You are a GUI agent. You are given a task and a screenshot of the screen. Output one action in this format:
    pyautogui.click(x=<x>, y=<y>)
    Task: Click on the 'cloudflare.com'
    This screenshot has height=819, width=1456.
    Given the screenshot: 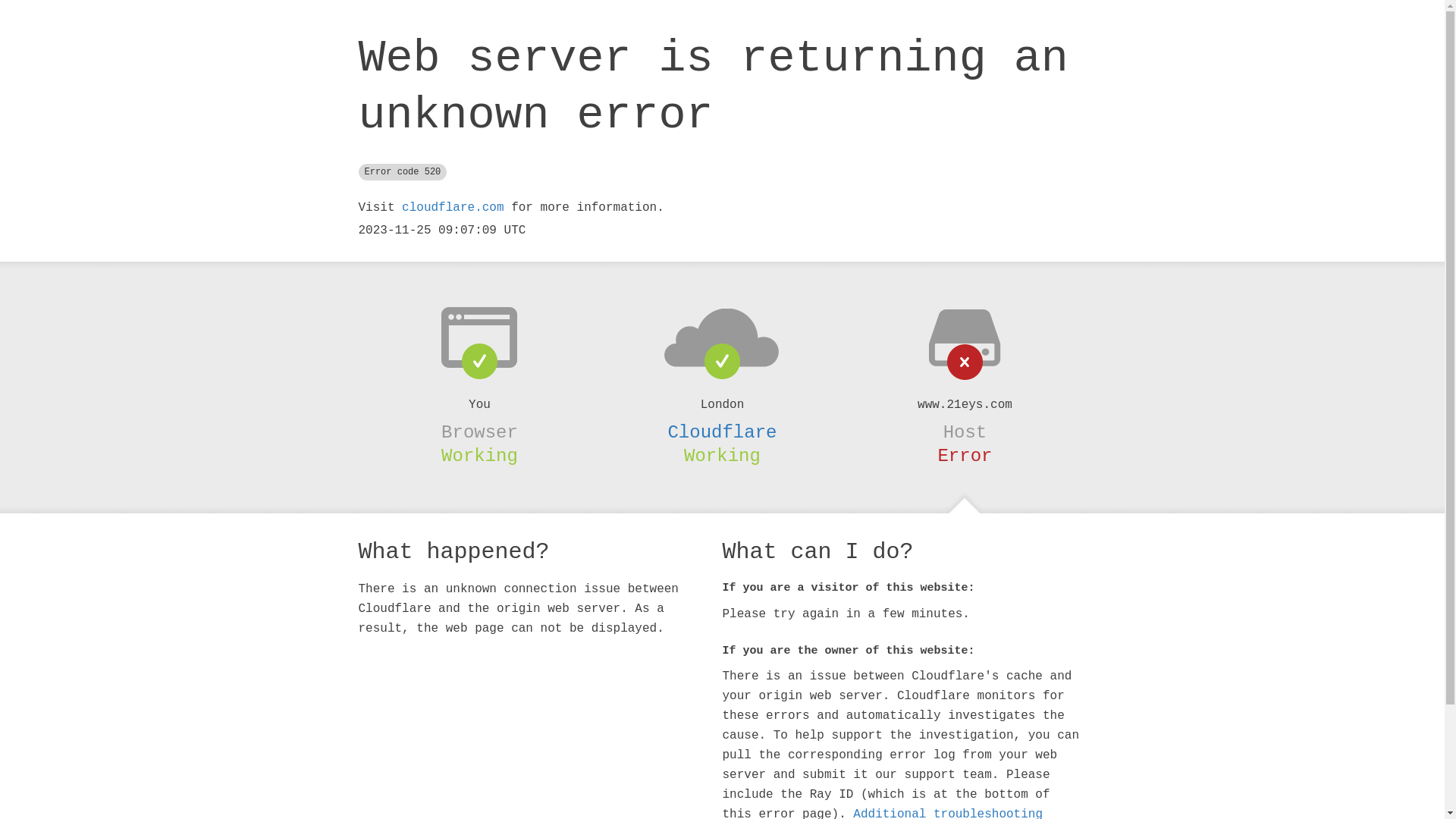 What is the action you would take?
    pyautogui.click(x=451, y=207)
    